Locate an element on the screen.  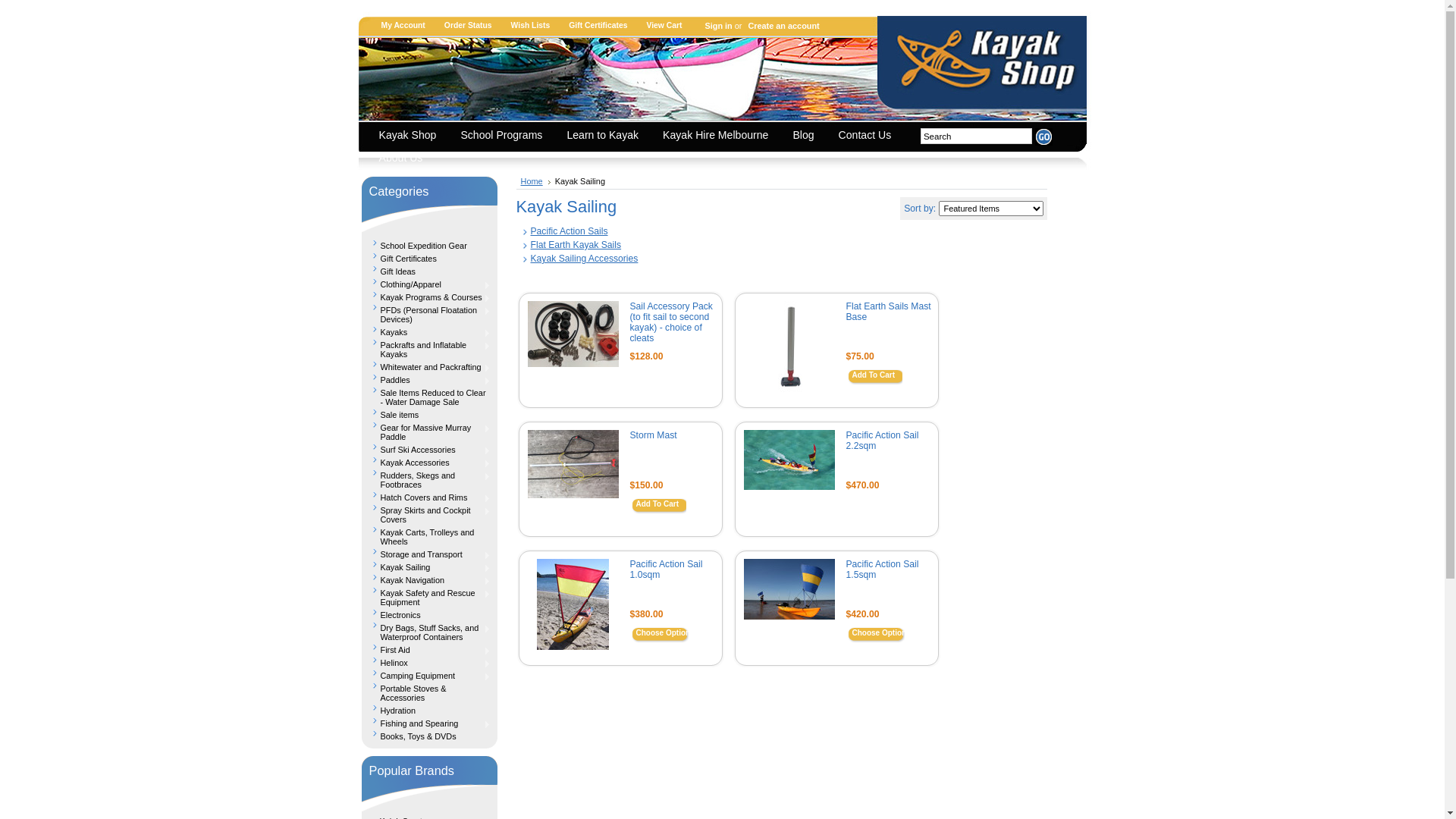
'Flat Earth Kayak Sails' is located at coordinates (575, 244).